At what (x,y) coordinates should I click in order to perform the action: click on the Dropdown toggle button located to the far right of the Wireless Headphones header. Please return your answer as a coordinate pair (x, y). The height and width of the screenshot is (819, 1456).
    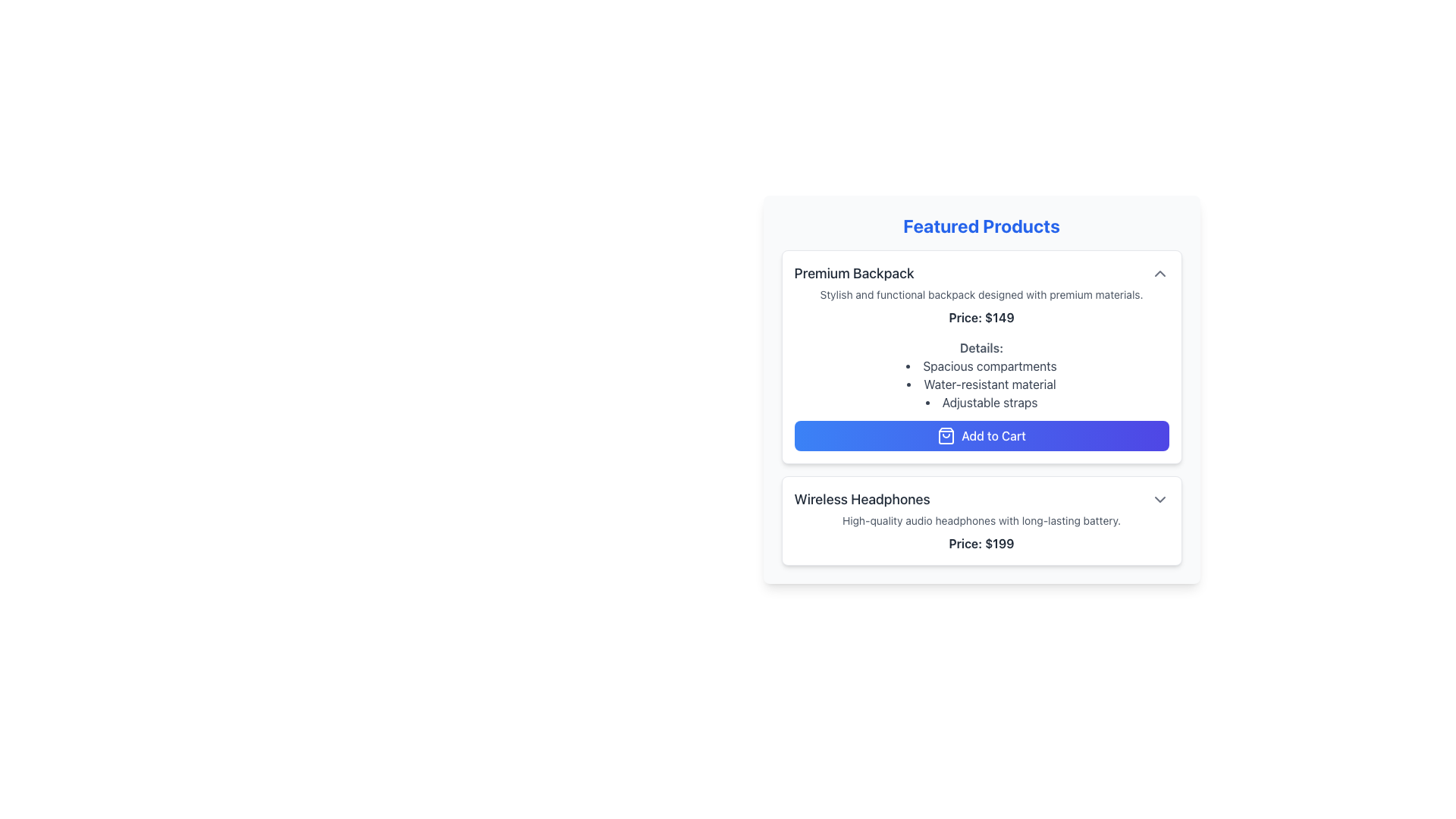
    Looking at the image, I should click on (1159, 500).